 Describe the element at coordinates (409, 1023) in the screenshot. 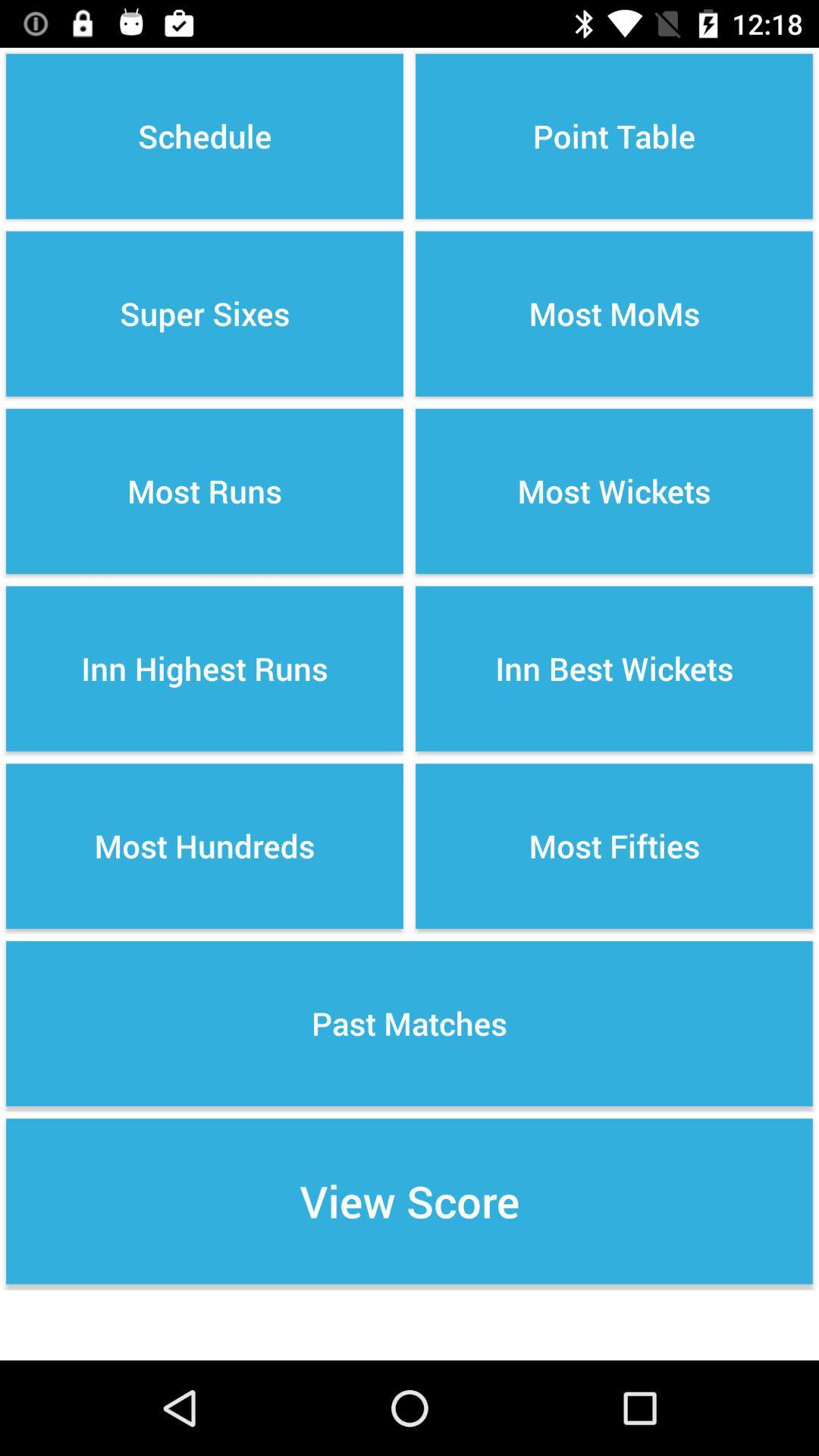

I see `the past matches icon` at that location.